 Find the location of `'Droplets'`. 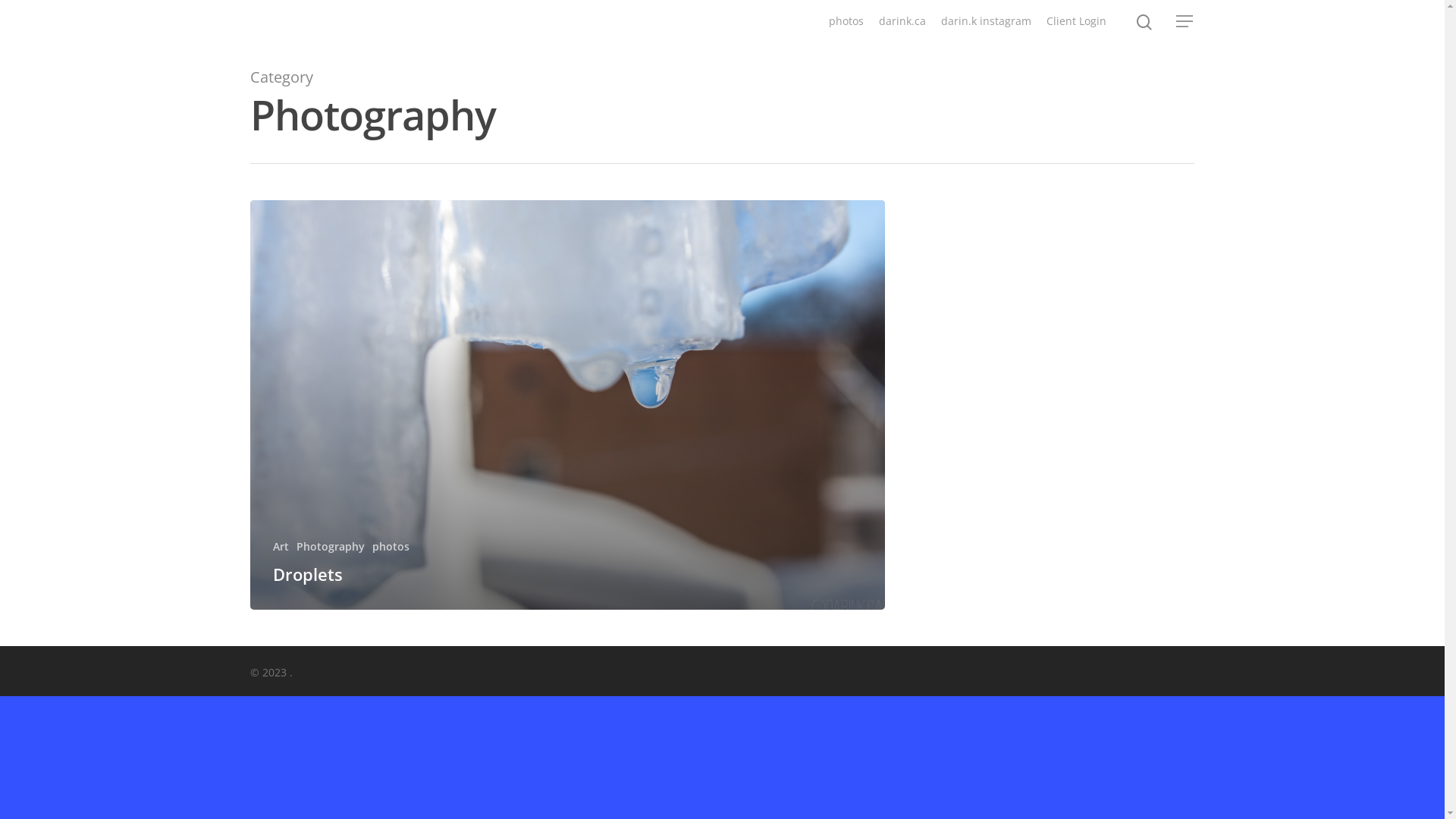

'Droplets' is located at coordinates (307, 573).